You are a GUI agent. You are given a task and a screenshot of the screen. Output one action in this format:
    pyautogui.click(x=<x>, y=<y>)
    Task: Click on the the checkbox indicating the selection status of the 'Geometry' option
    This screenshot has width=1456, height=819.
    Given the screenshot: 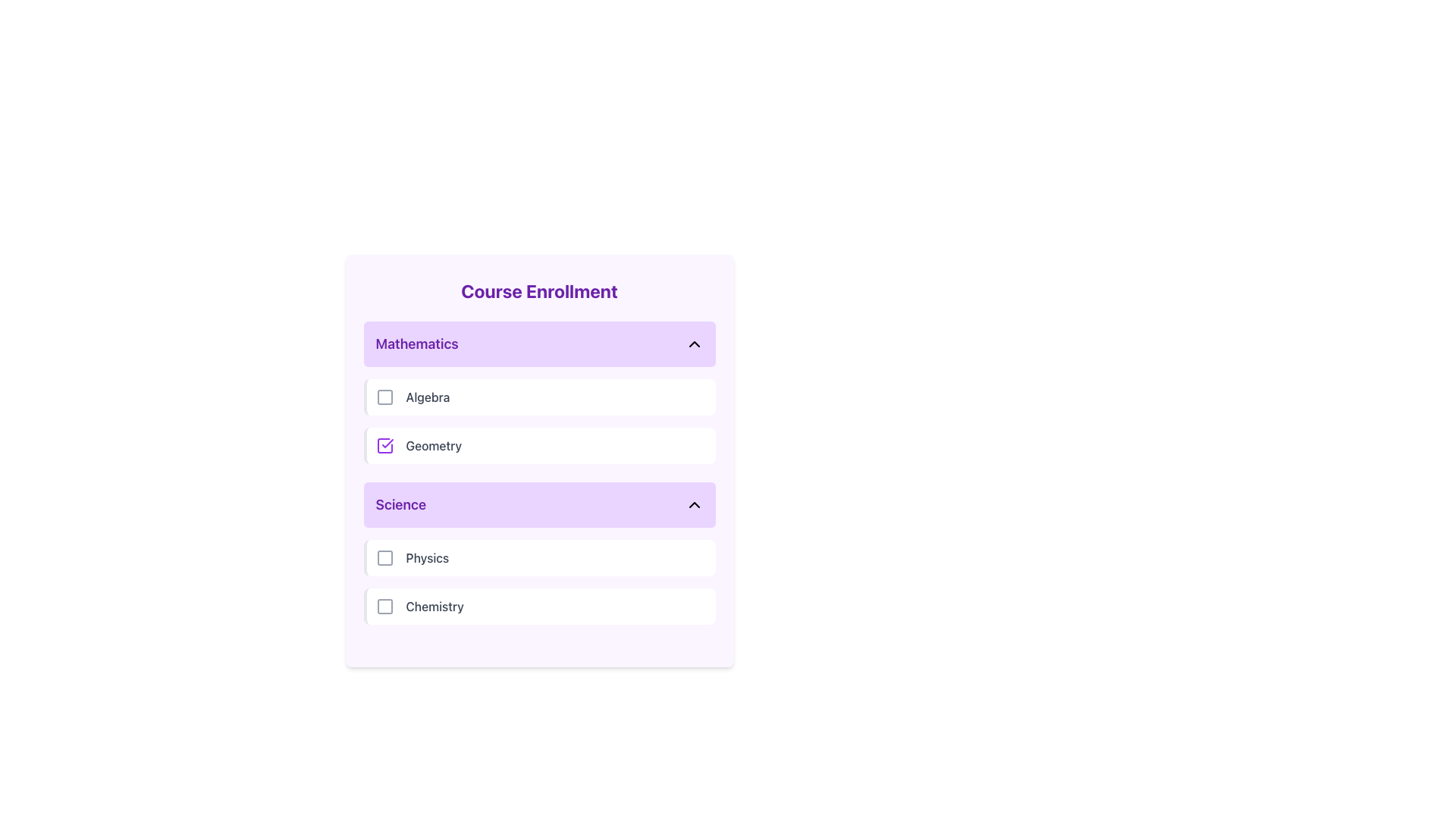 What is the action you would take?
    pyautogui.click(x=384, y=444)
    